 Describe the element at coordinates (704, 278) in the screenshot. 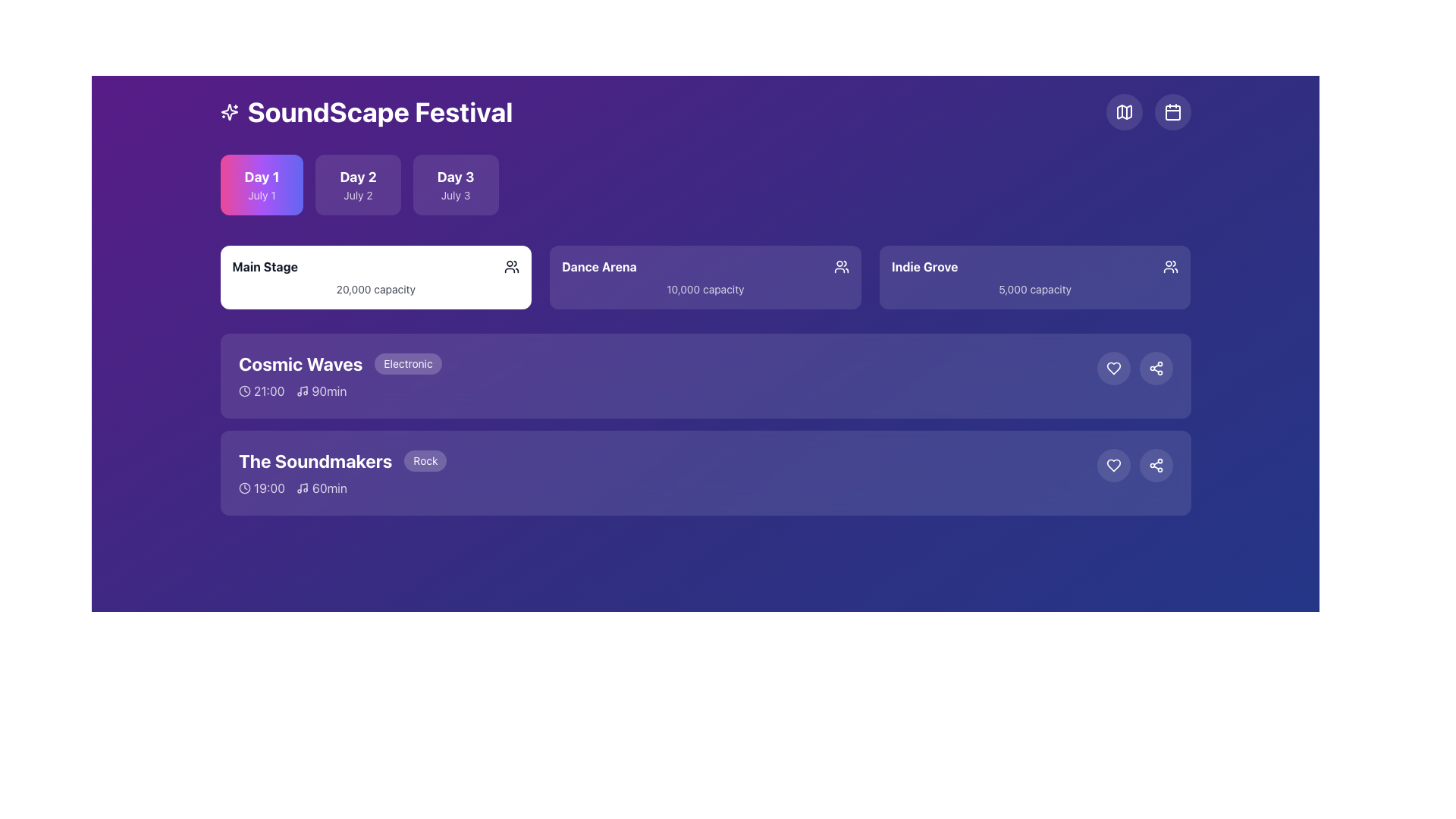

I see `the 'Dance Arena' interactive card/button, which is the second card in a horizontal list` at that location.